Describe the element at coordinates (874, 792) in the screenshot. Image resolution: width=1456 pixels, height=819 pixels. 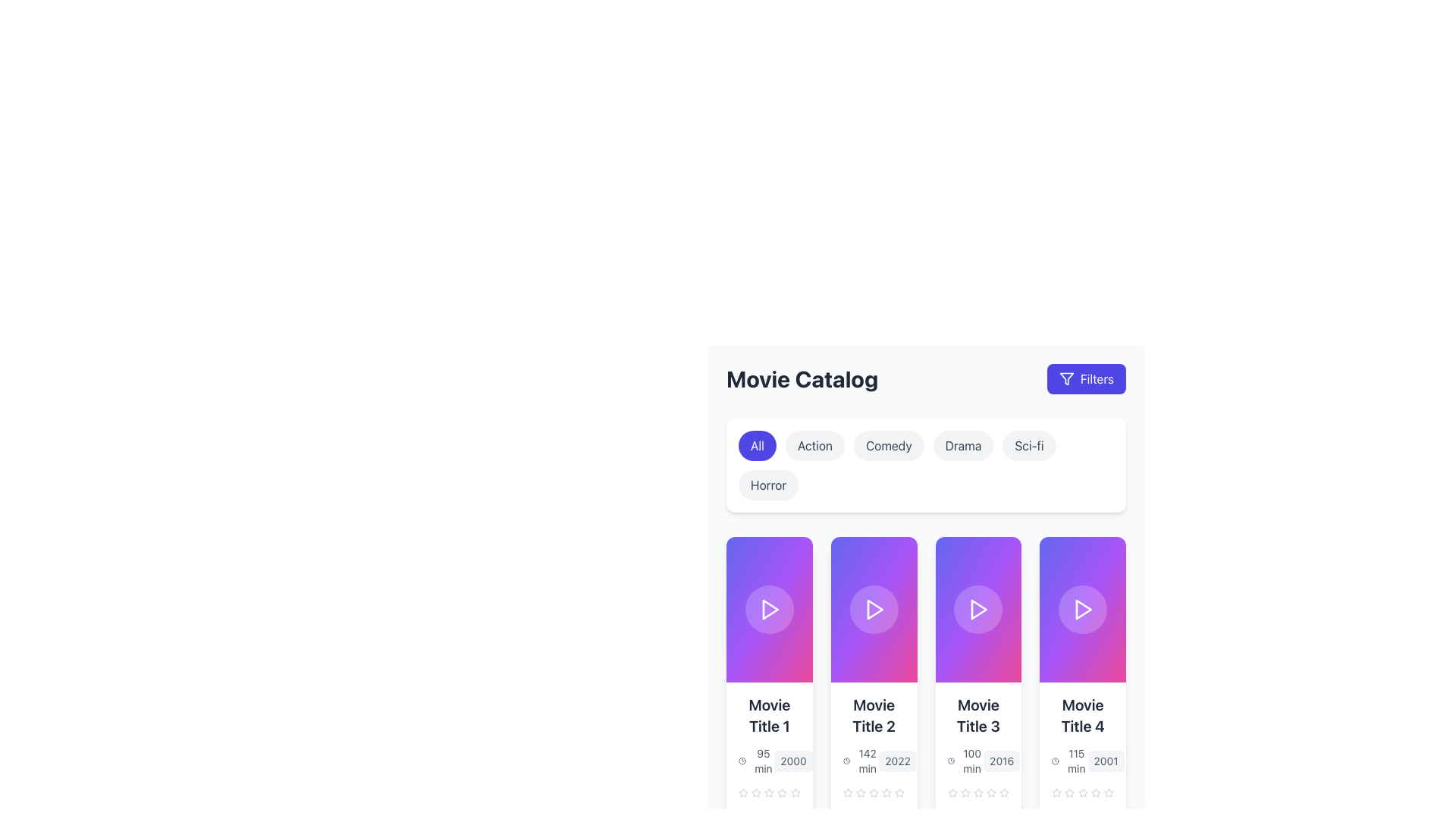
I see `the second star in the rating system below the movie card for 'Movie Title 2'` at that location.